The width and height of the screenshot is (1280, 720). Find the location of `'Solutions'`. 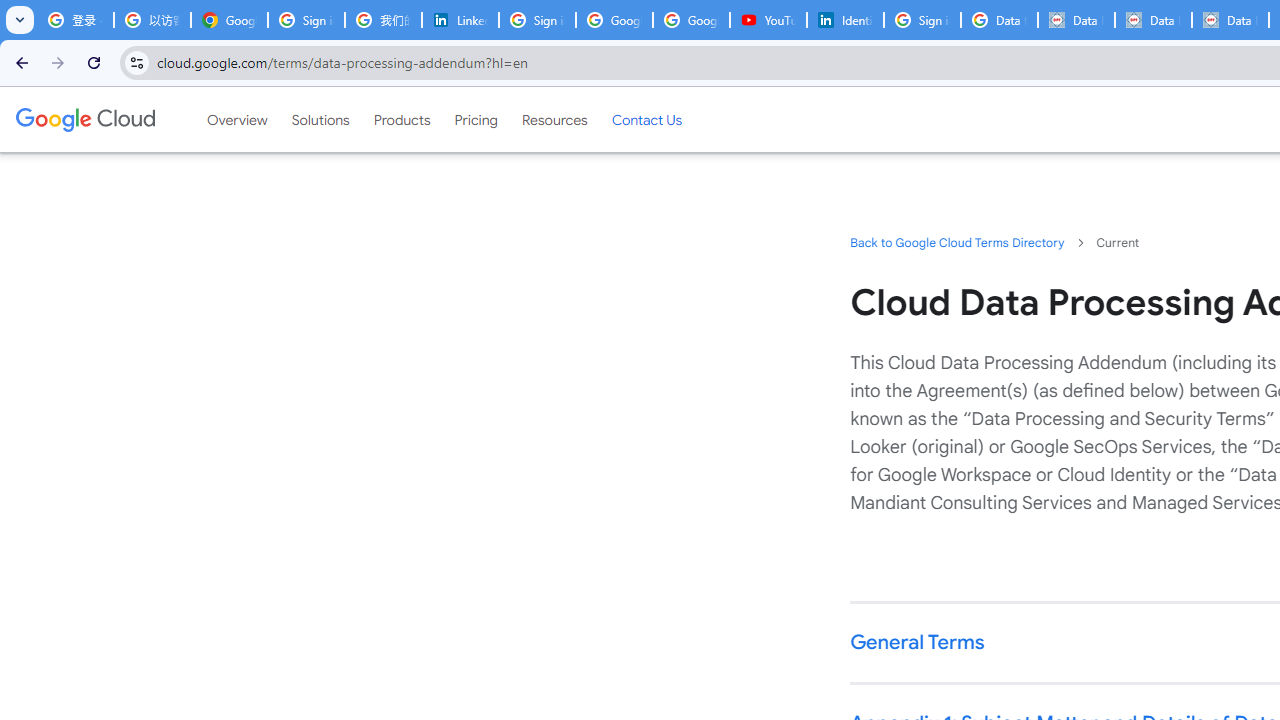

'Solutions' is located at coordinates (320, 119).